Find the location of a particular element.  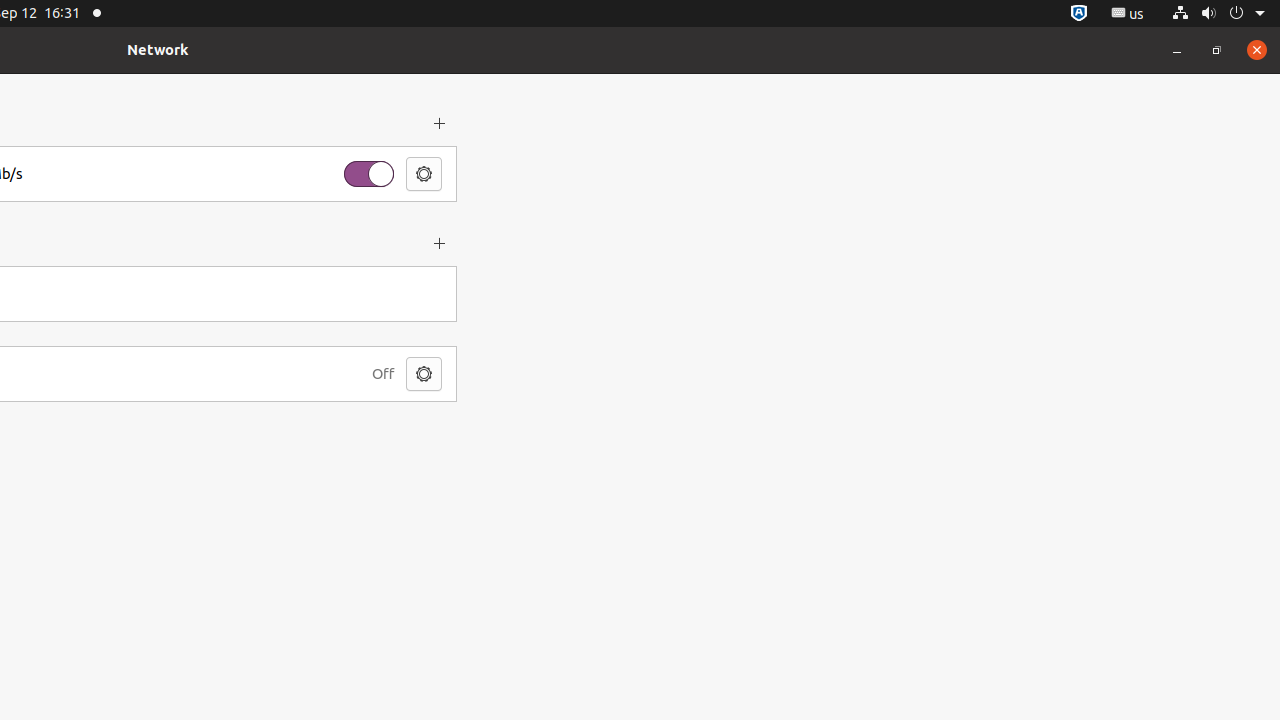

'Close' is located at coordinates (1255, 48).